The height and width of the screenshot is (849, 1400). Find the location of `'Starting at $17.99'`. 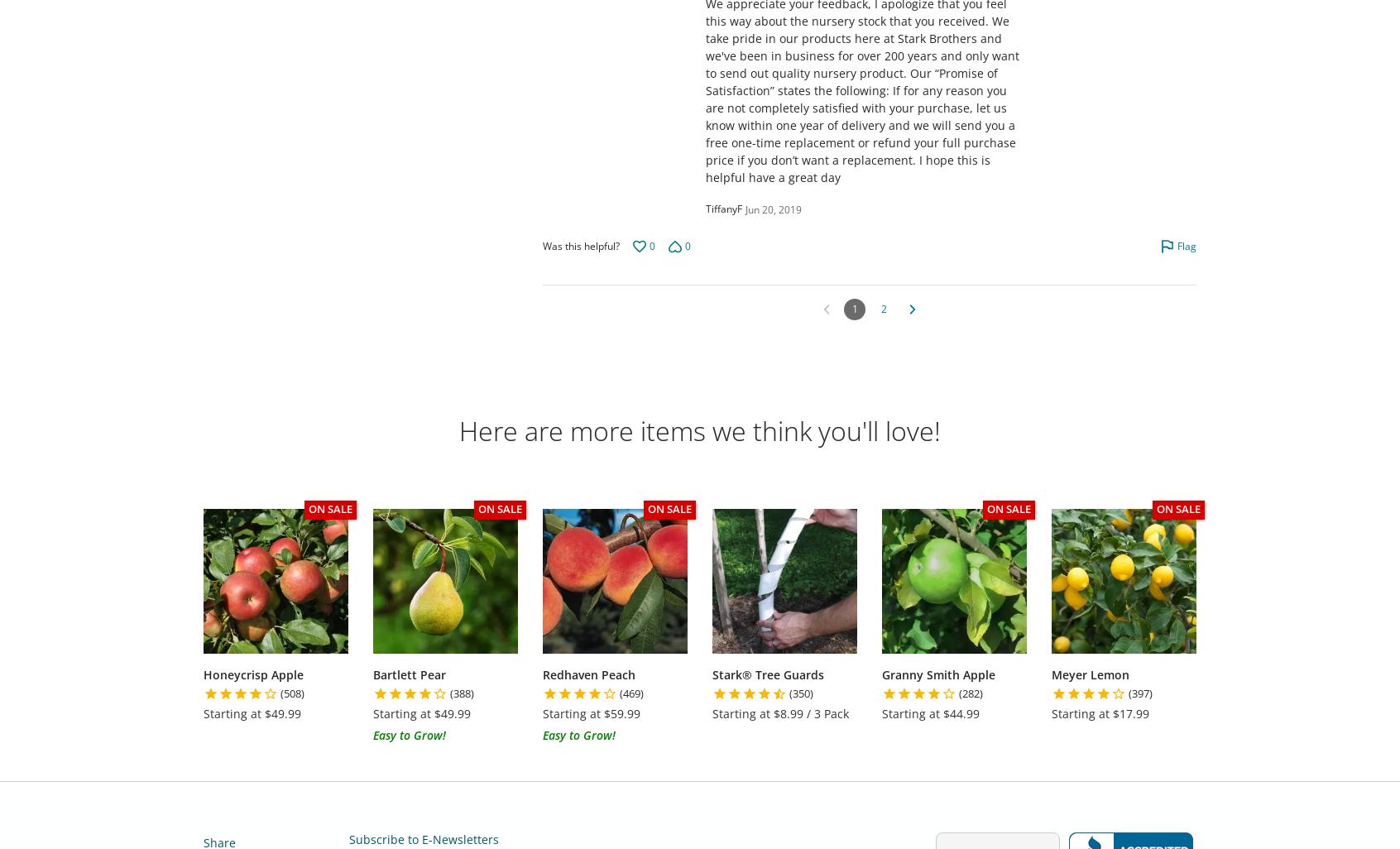

'Starting at $17.99' is located at coordinates (1100, 712).